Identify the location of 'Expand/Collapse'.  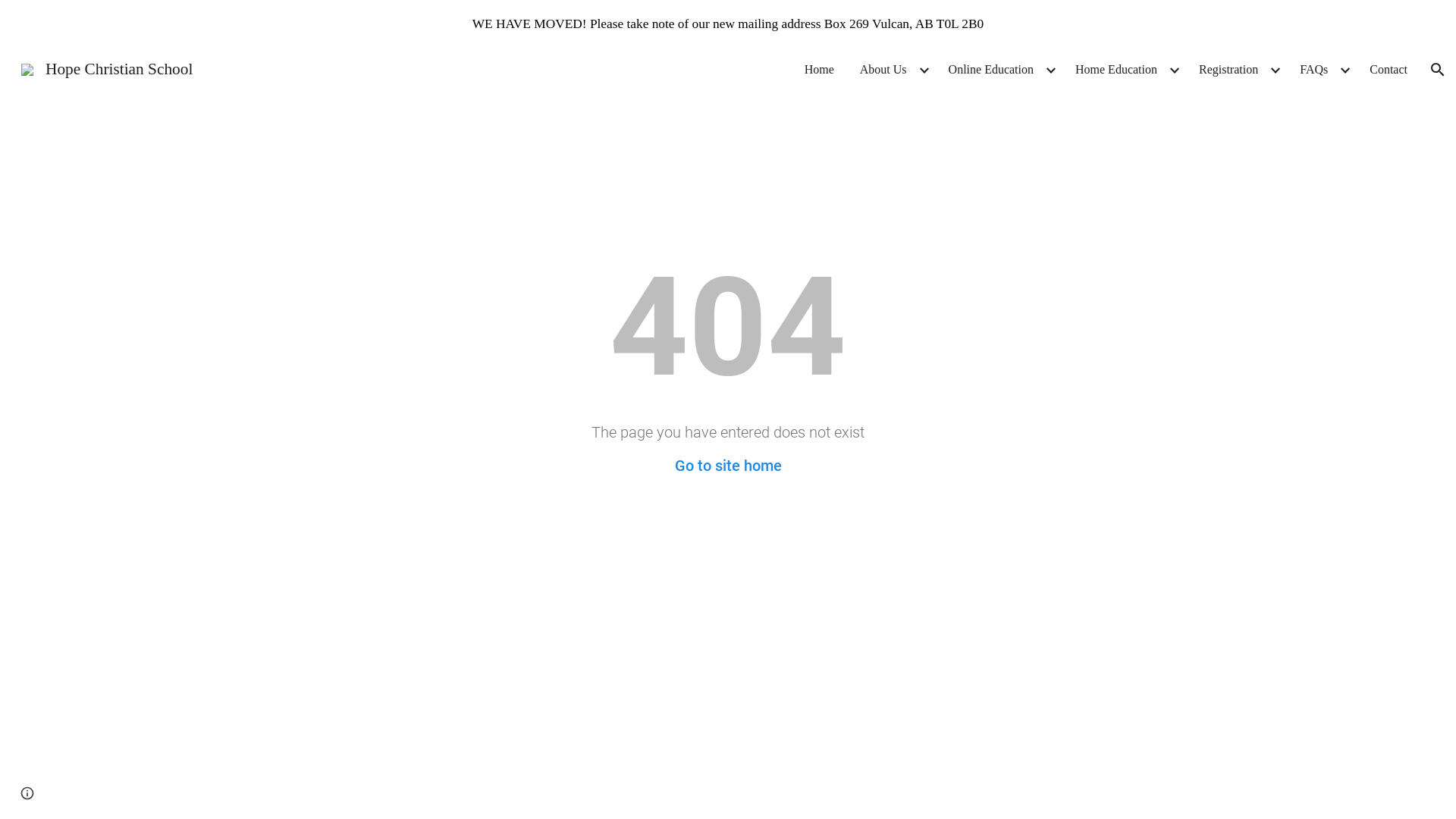
(1344, 70).